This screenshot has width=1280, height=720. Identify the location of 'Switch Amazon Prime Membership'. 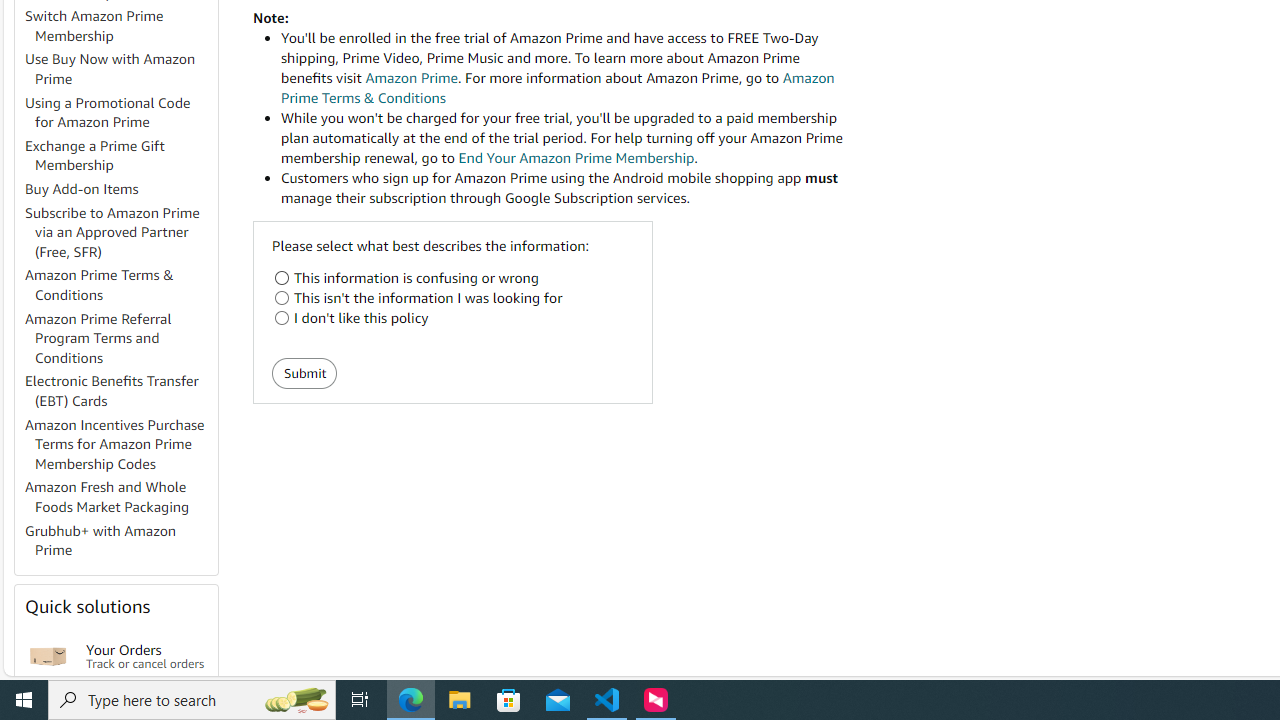
(119, 27).